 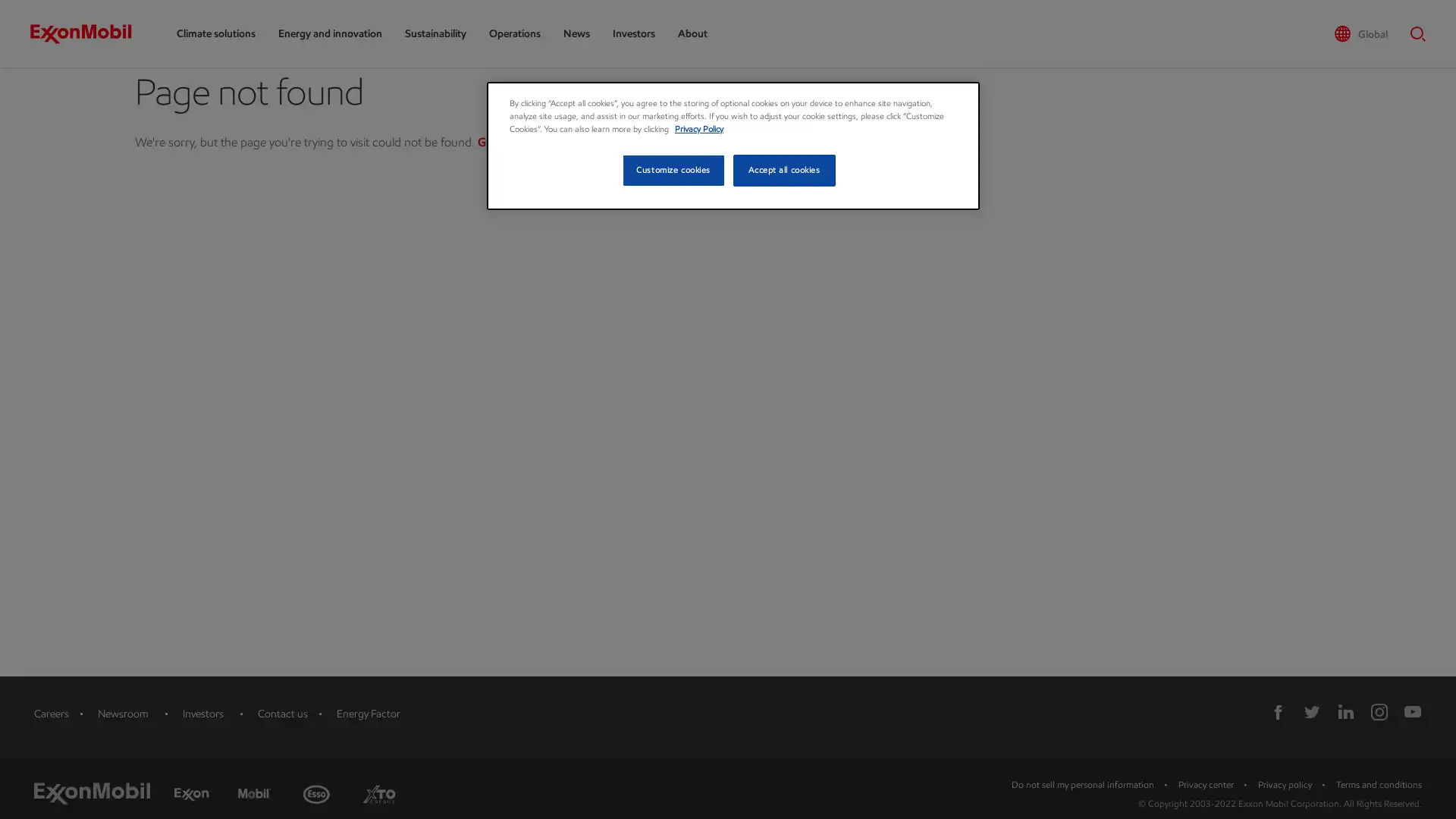 I want to click on Customize cookies, so click(x=672, y=170).